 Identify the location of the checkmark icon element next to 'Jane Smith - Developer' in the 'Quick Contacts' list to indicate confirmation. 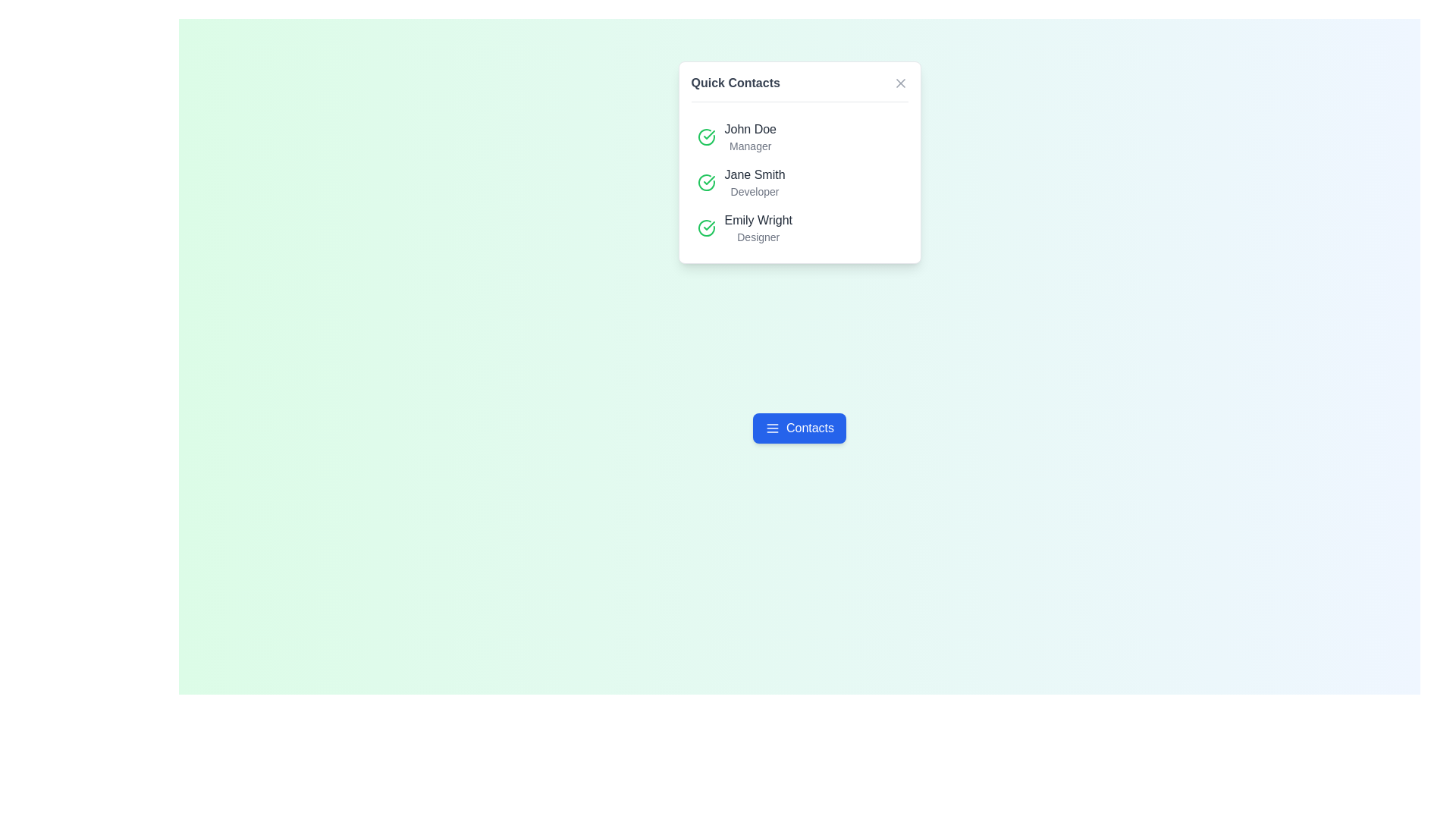
(708, 133).